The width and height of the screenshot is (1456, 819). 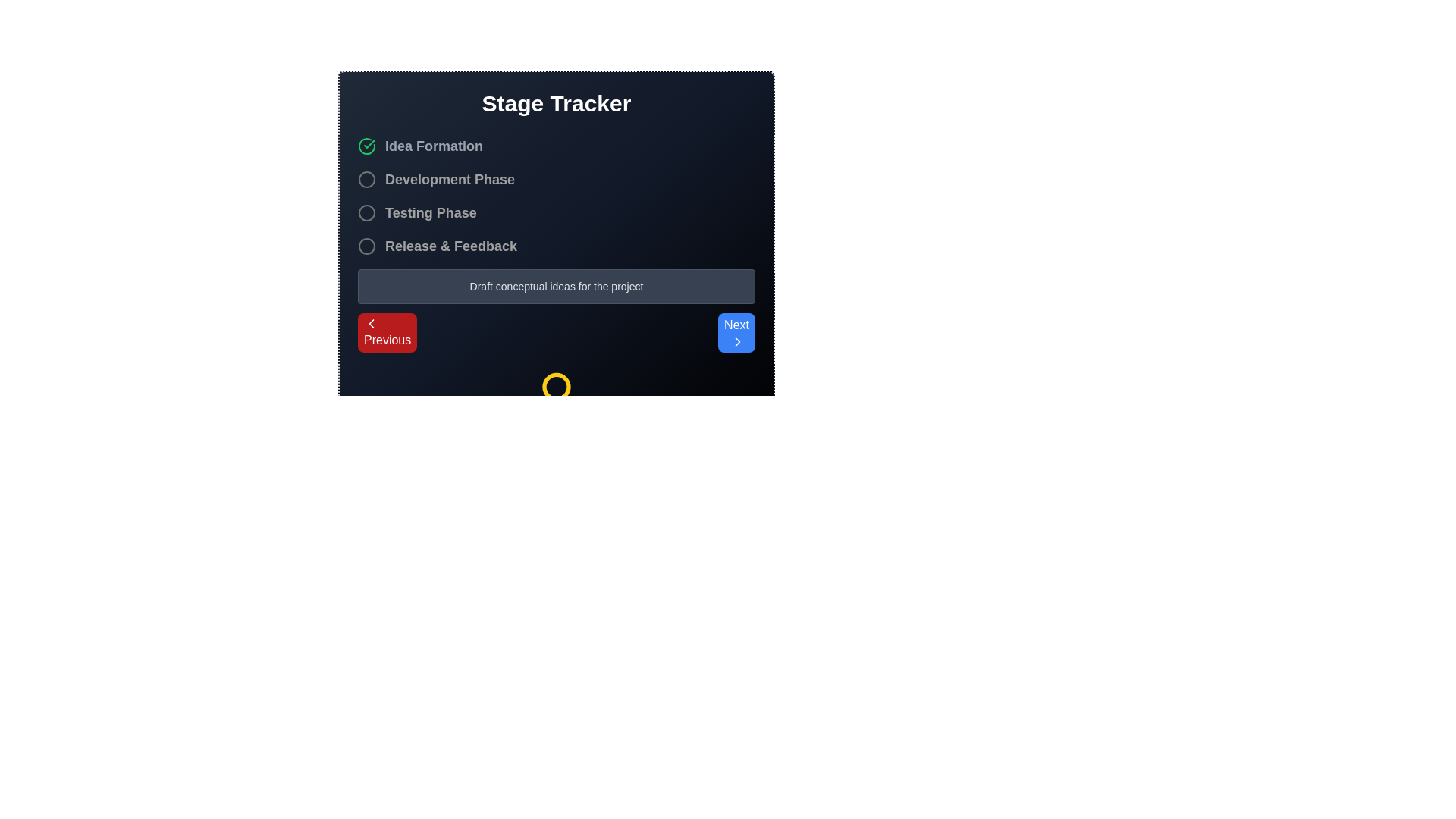 I want to click on the 'Development Phase' text label to select the phase by clicking on it, which is styled in light gray and bold, located below 'Idea Formation' and above 'Testing Phase', so click(x=449, y=178).